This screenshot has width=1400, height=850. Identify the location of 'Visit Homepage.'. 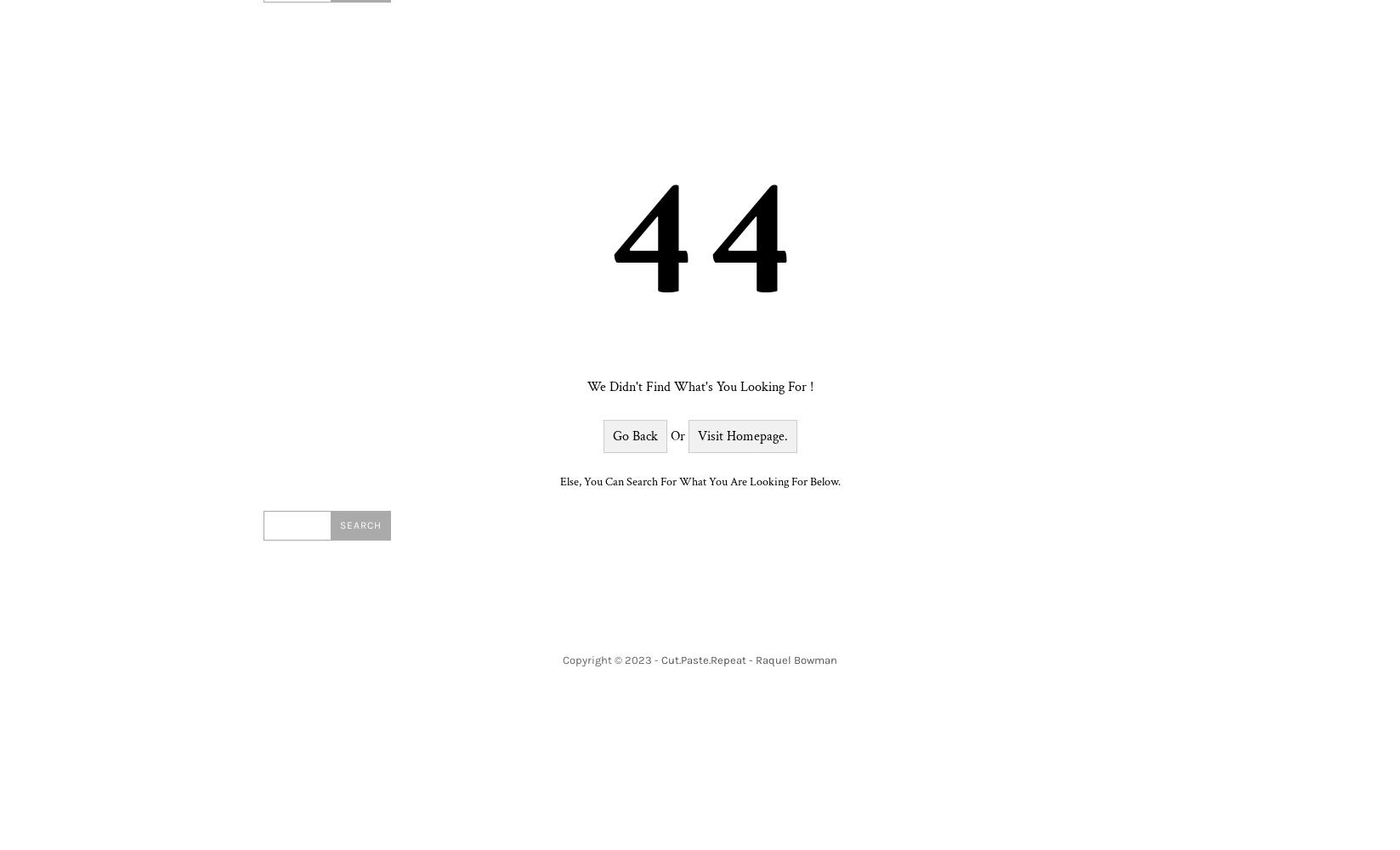
(741, 436).